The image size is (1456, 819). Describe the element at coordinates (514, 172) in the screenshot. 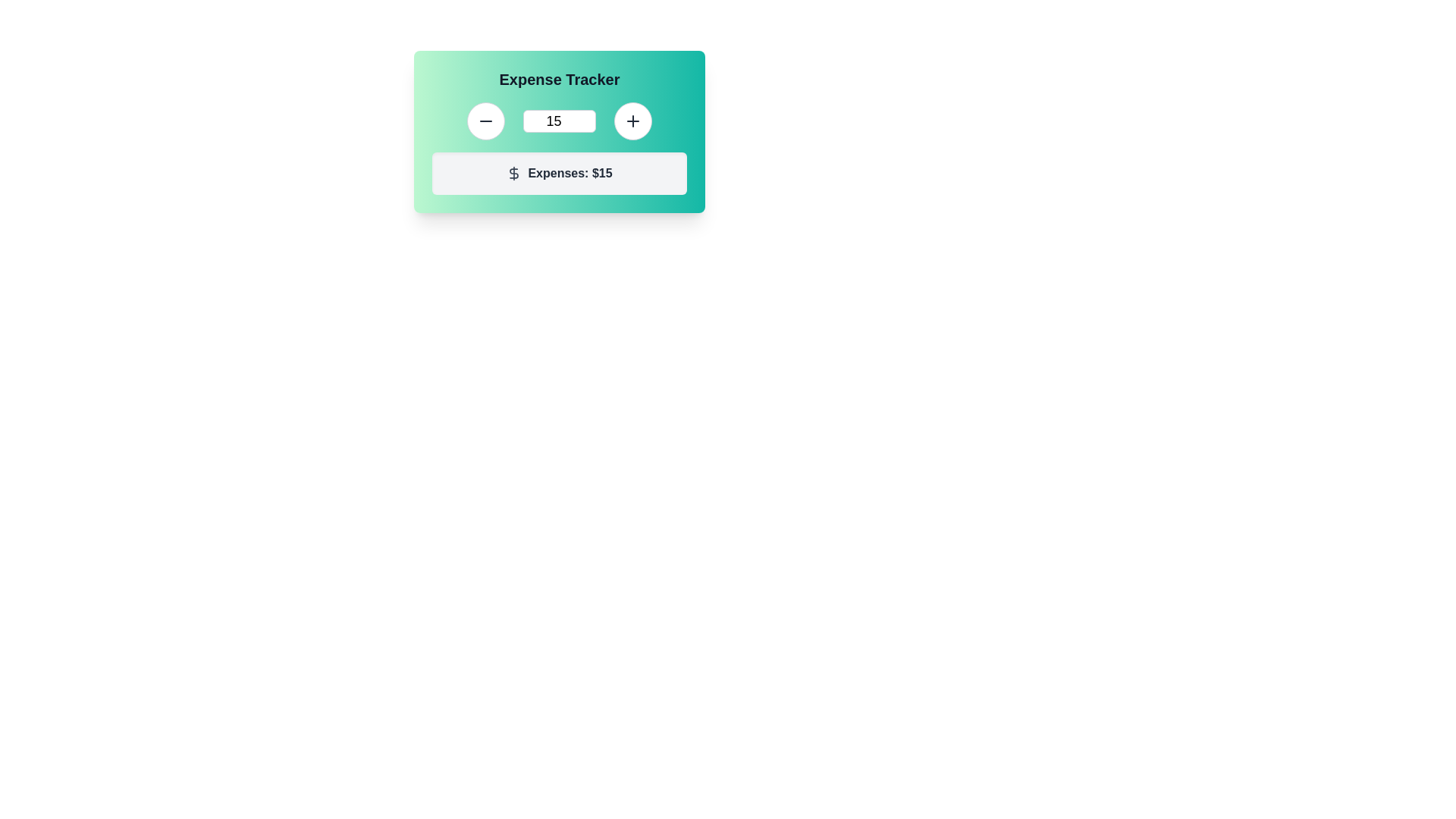

I see `the monetary value icon located to the left of the text 'Expenses: $15' within the light gray box below the 'Expense Tracker' header` at that location.